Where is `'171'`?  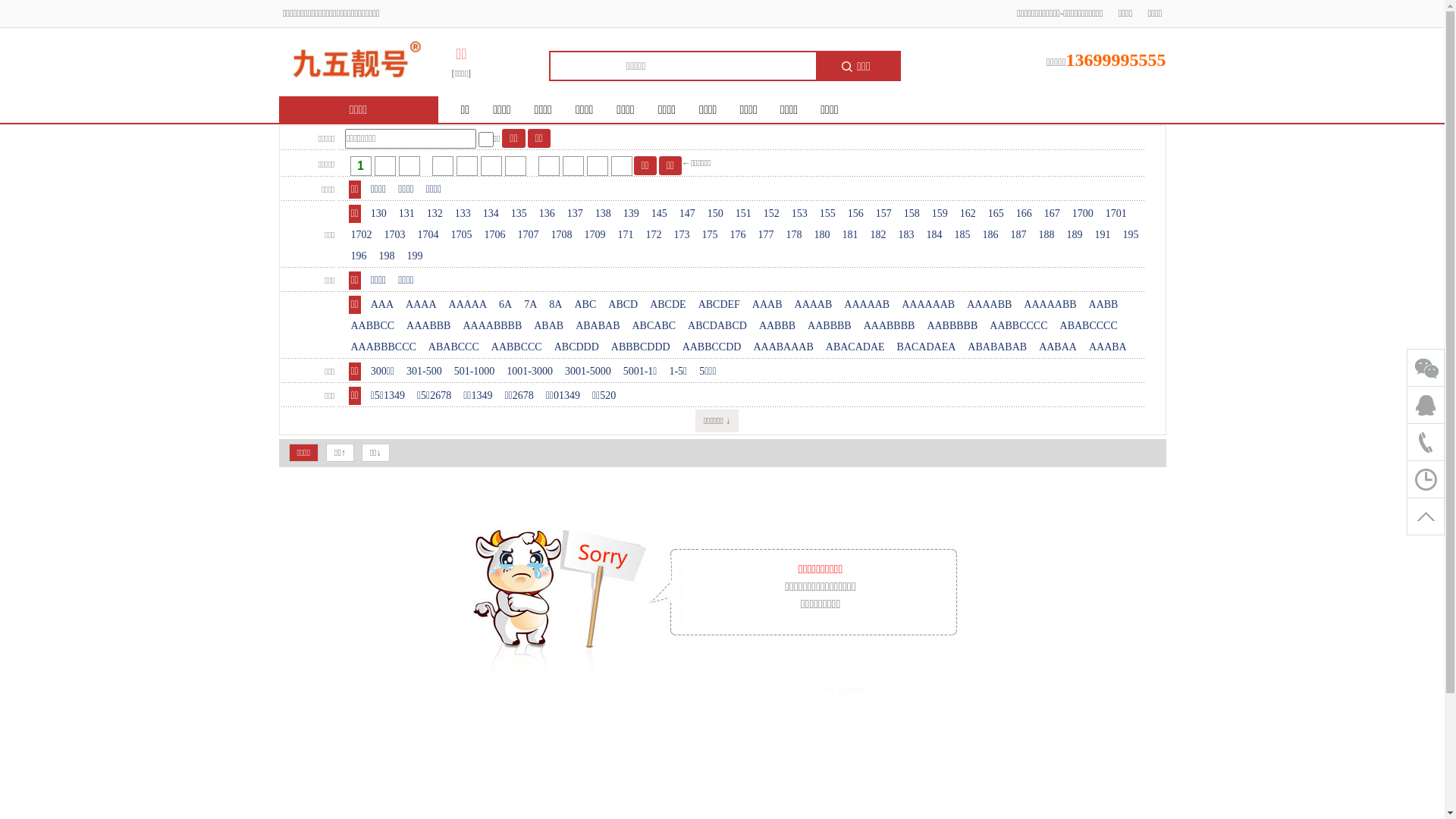 '171' is located at coordinates (626, 234).